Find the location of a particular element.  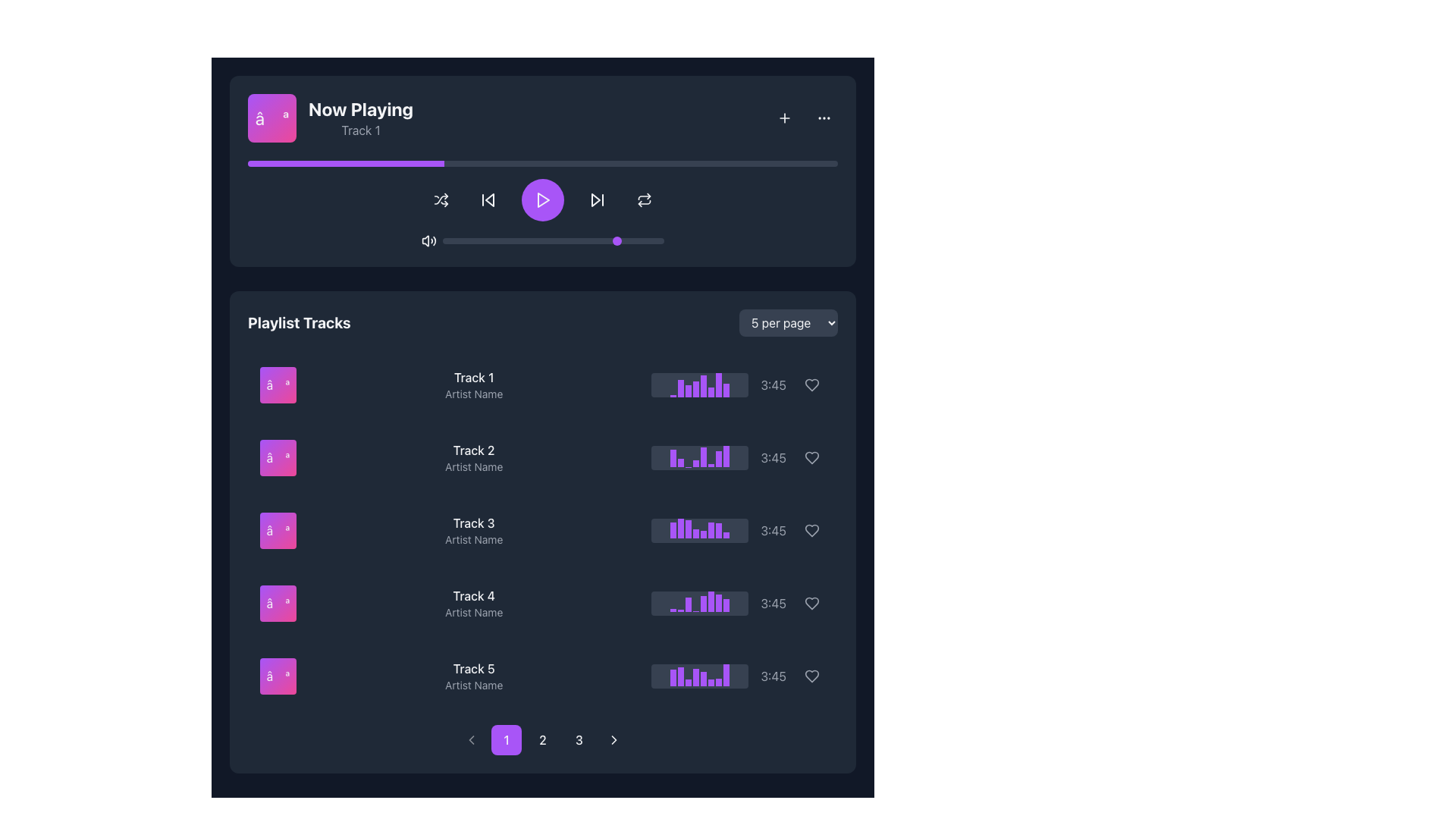

playback progress is located at coordinates (731, 164).